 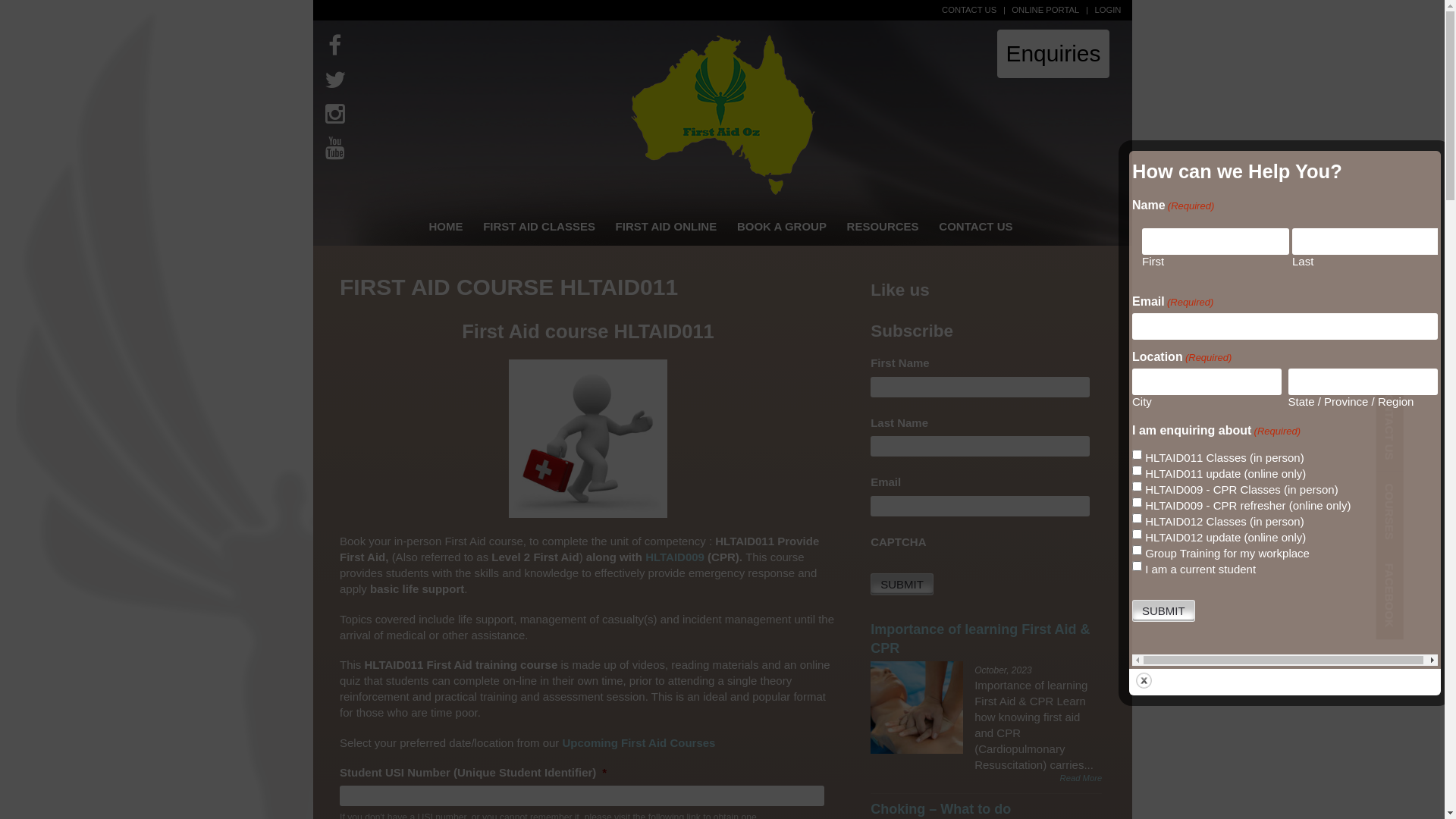 What do you see at coordinates (1163, 610) in the screenshot?
I see `'Submit'` at bounding box center [1163, 610].